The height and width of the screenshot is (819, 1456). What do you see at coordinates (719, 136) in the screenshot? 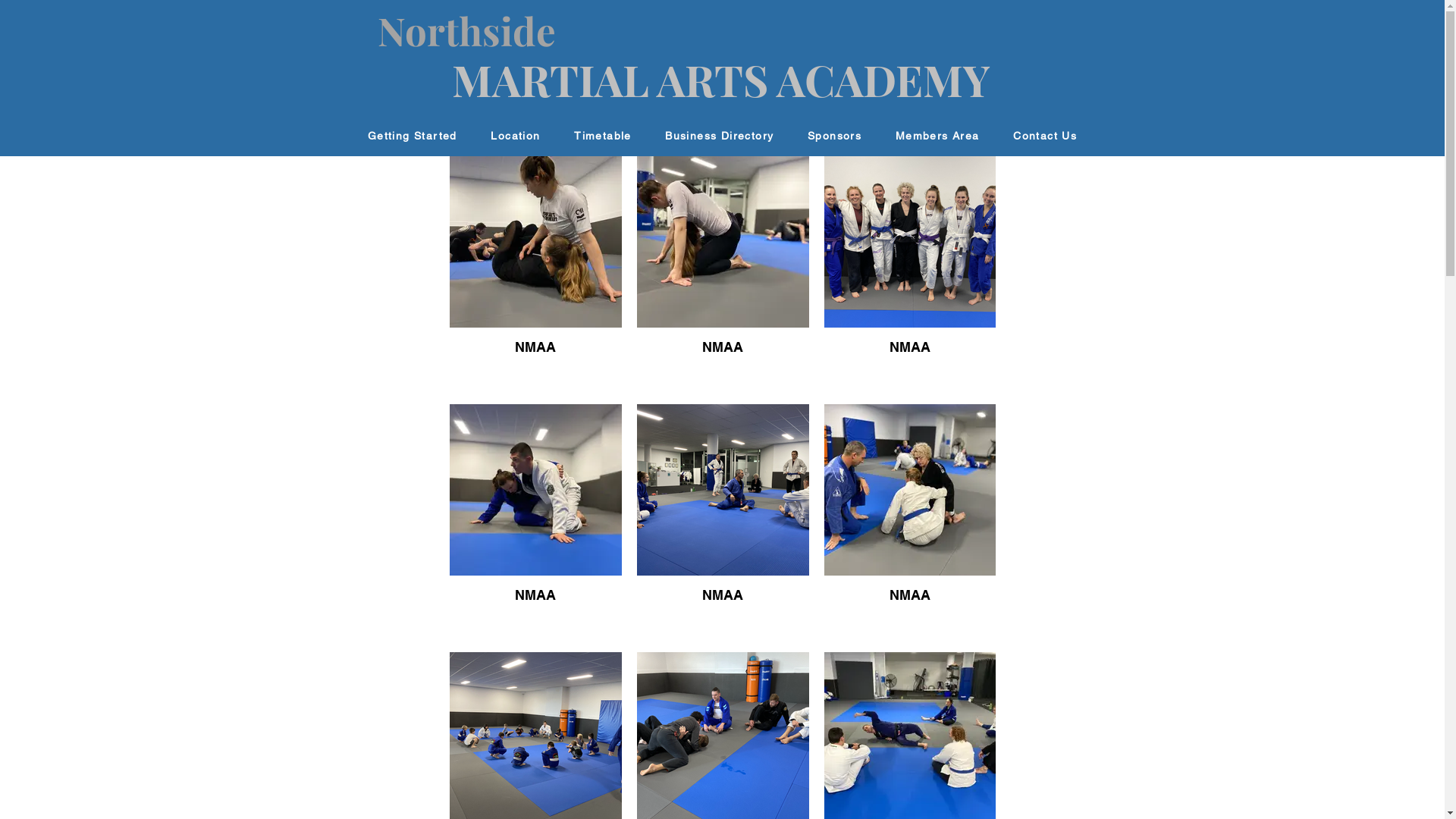
I see `'Business Directory'` at bounding box center [719, 136].